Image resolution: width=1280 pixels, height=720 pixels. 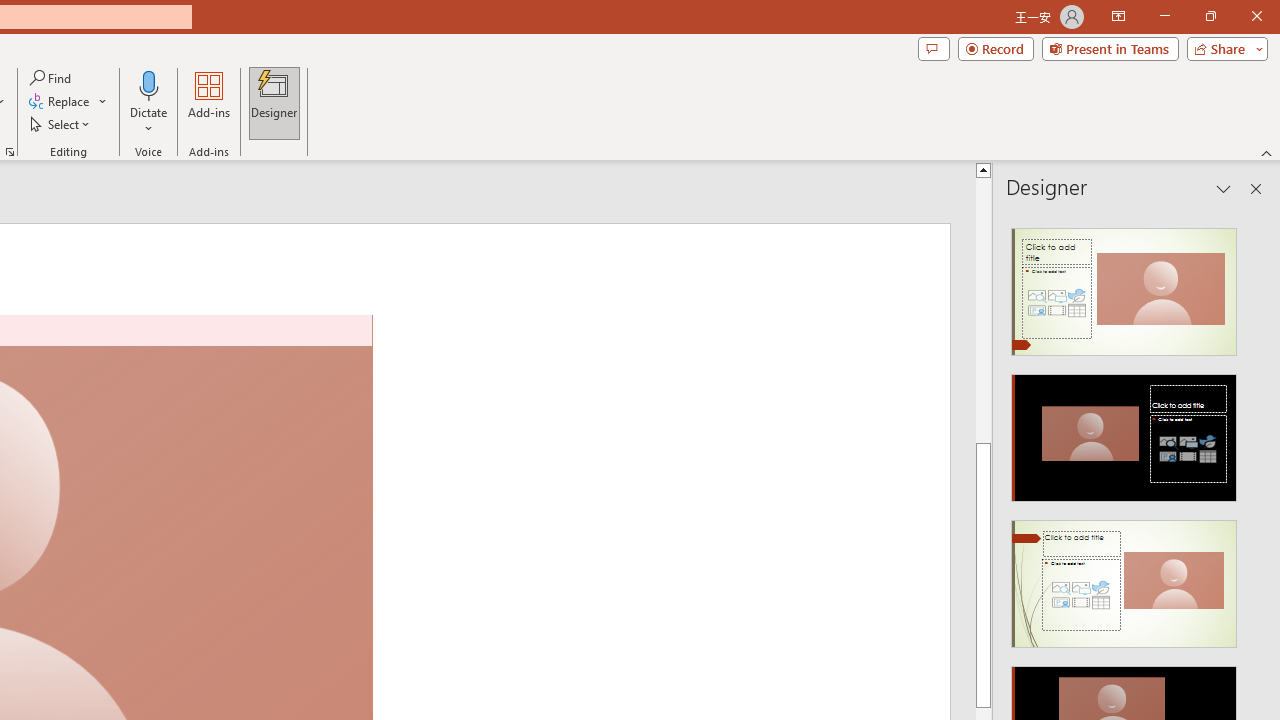 What do you see at coordinates (1222, 47) in the screenshot?
I see `'Share'` at bounding box center [1222, 47].